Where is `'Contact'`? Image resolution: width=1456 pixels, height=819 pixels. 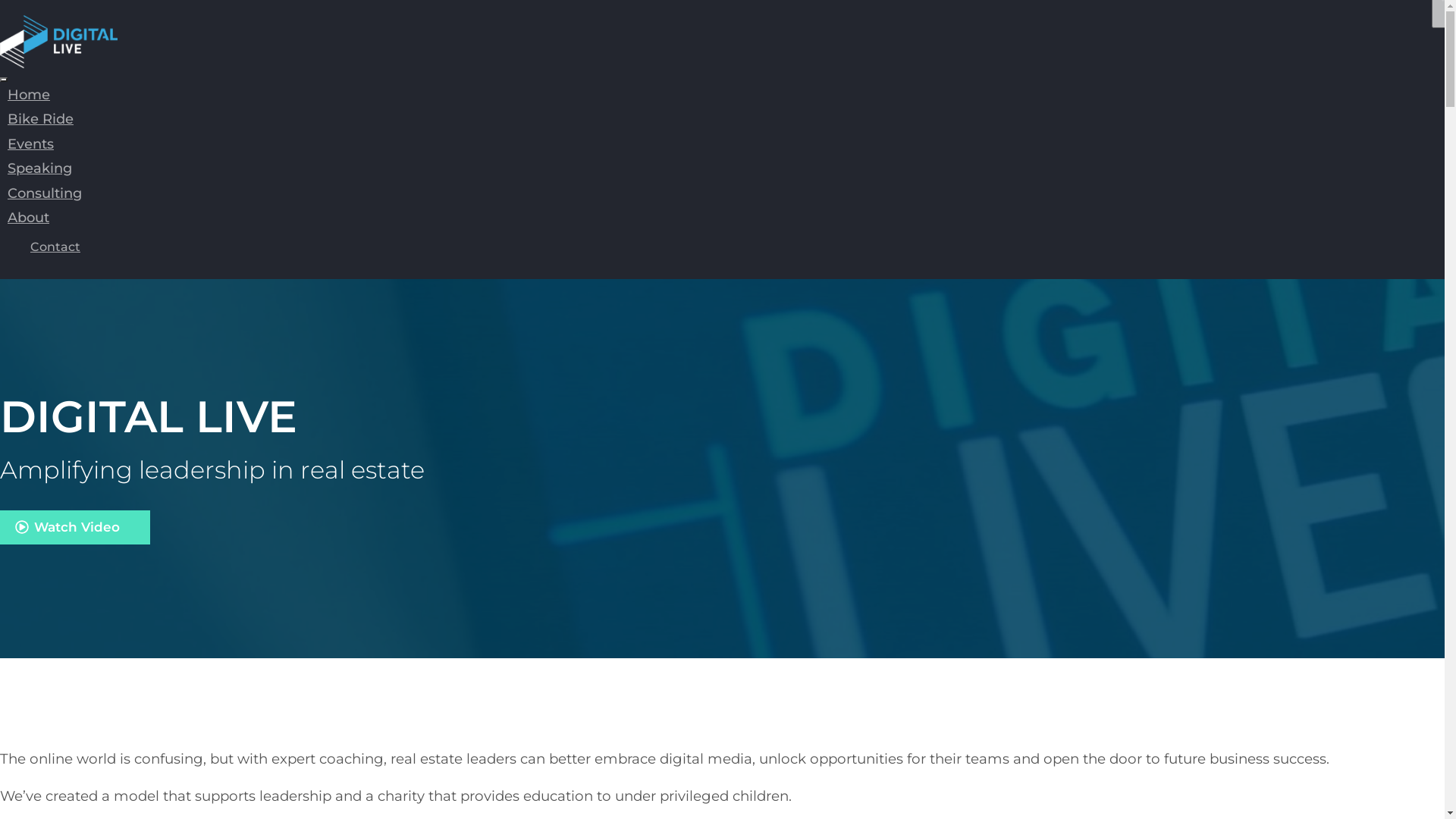
'Contact' is located at coordinates (55, 246).